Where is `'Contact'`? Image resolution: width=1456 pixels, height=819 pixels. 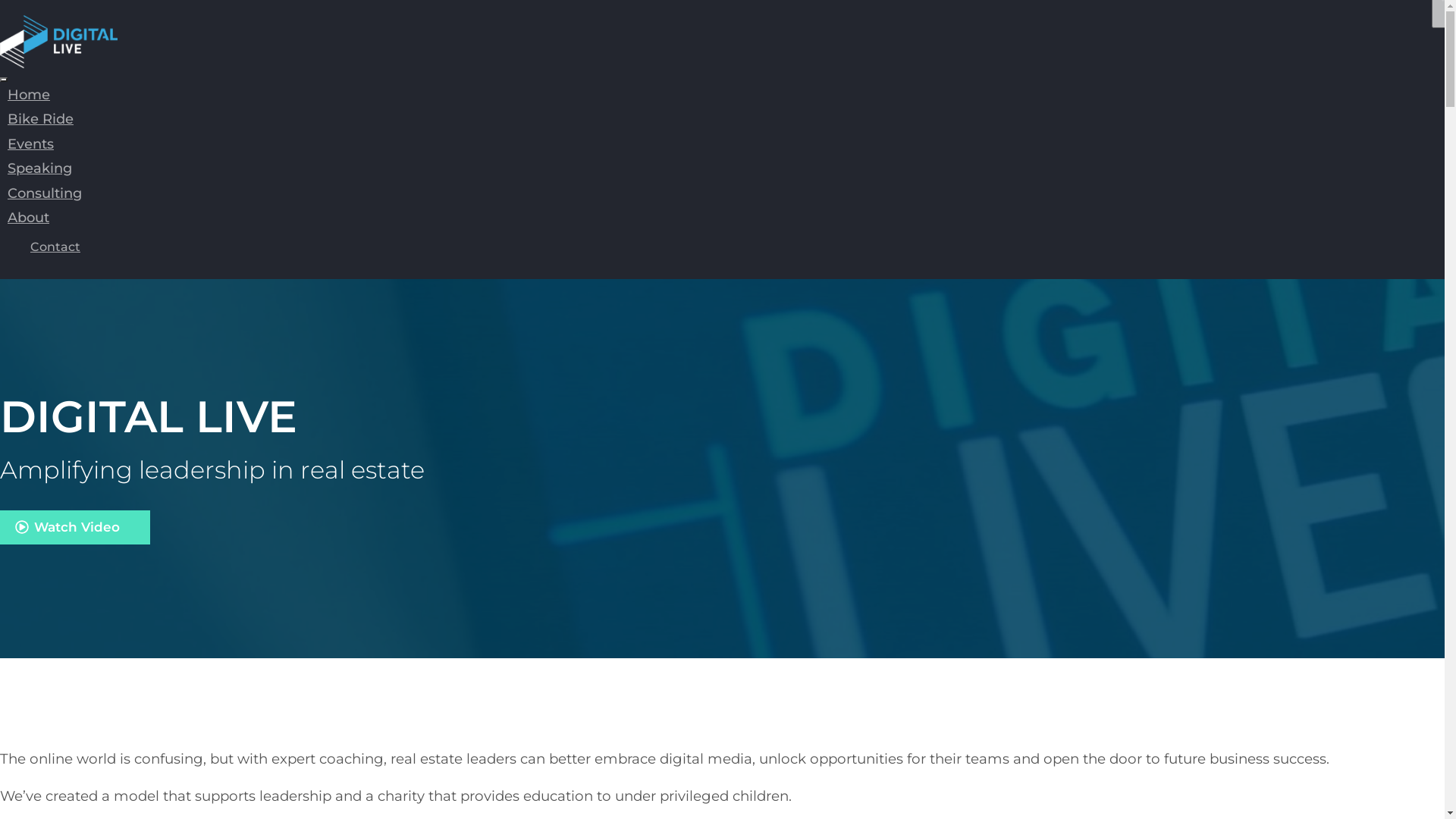
'Contact' is located at coordinates (55, 246).